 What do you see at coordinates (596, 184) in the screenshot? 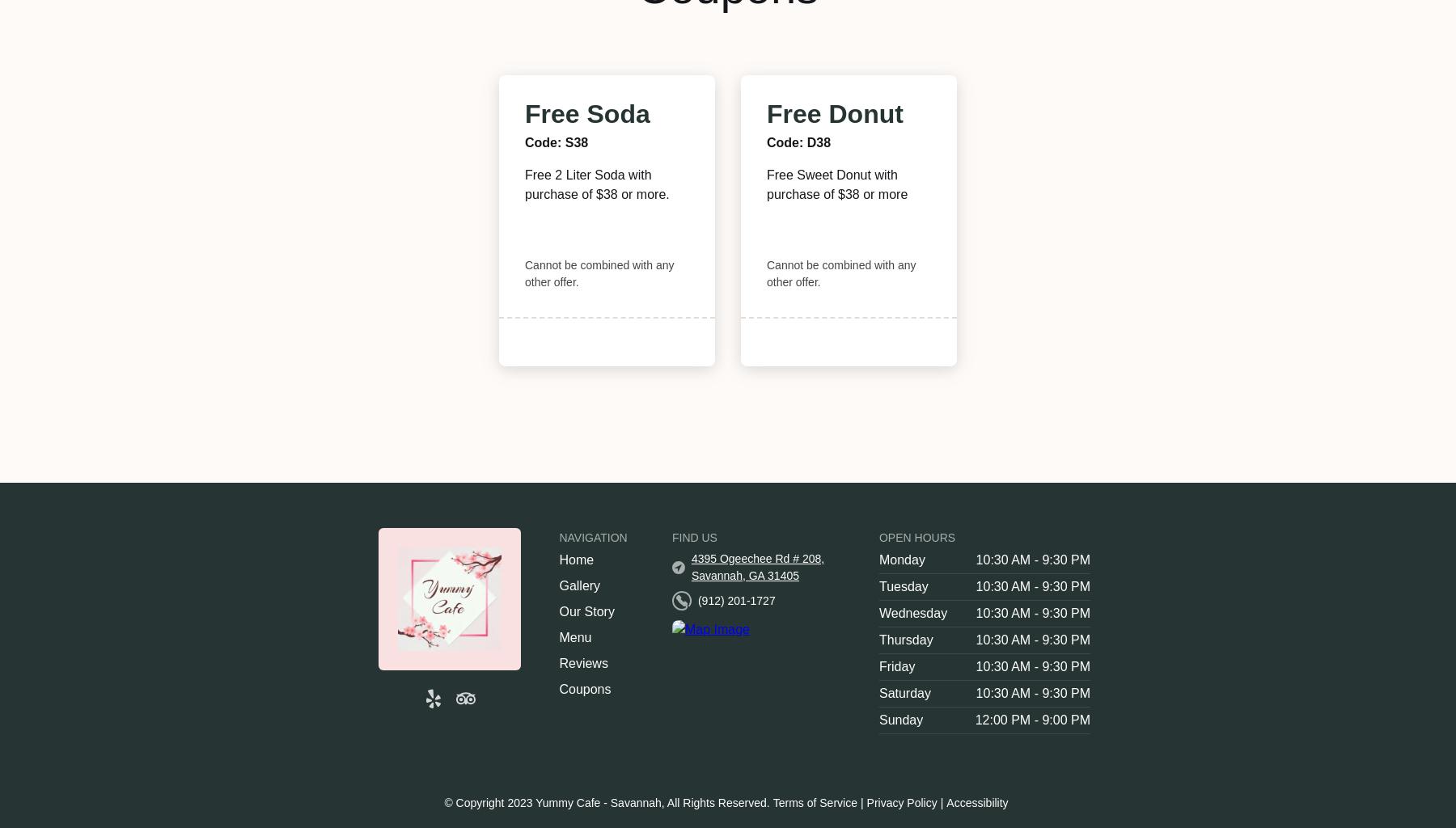
I see `'Free 2 Liter Soda with purchase of $38 or more.'` at bounding box center [596, 184].